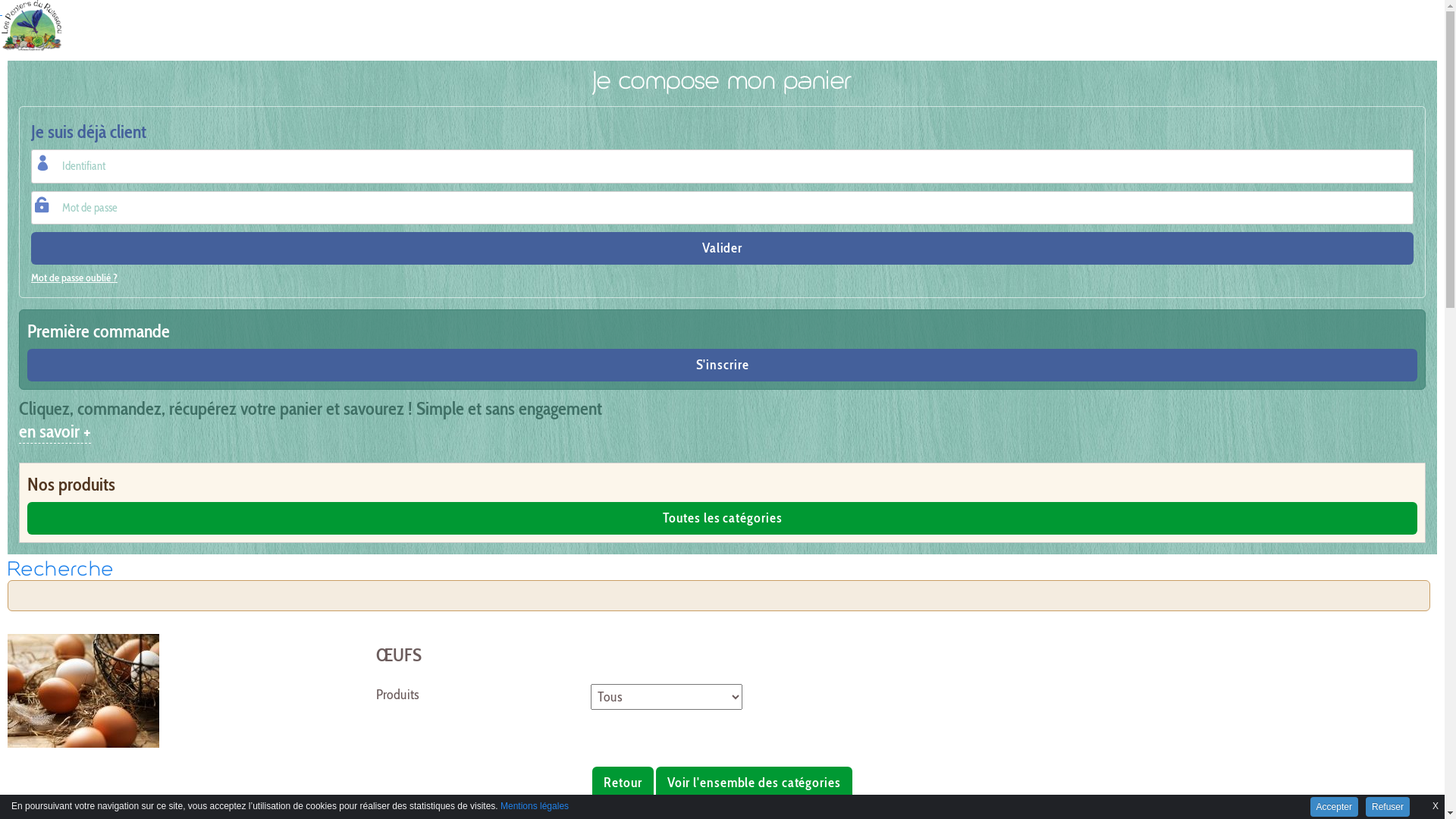 The image size is (1456, 819). What do you see at coordinates (55, 431) in the screenshot?
I see `'en savoir +'` at bounding box center [55, 431].